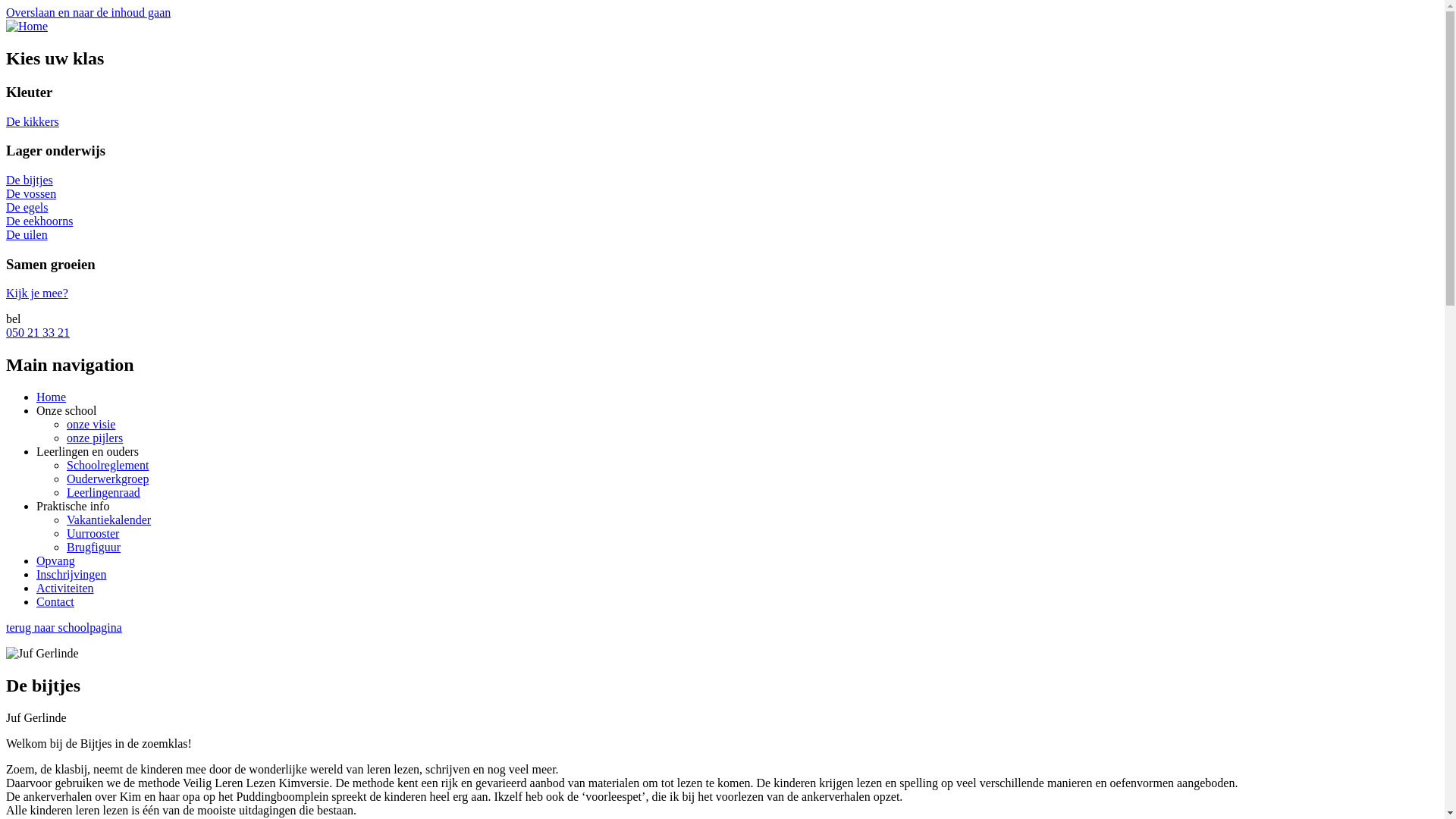  I want to click on 'Inschrijvingen', so click(71, 574).